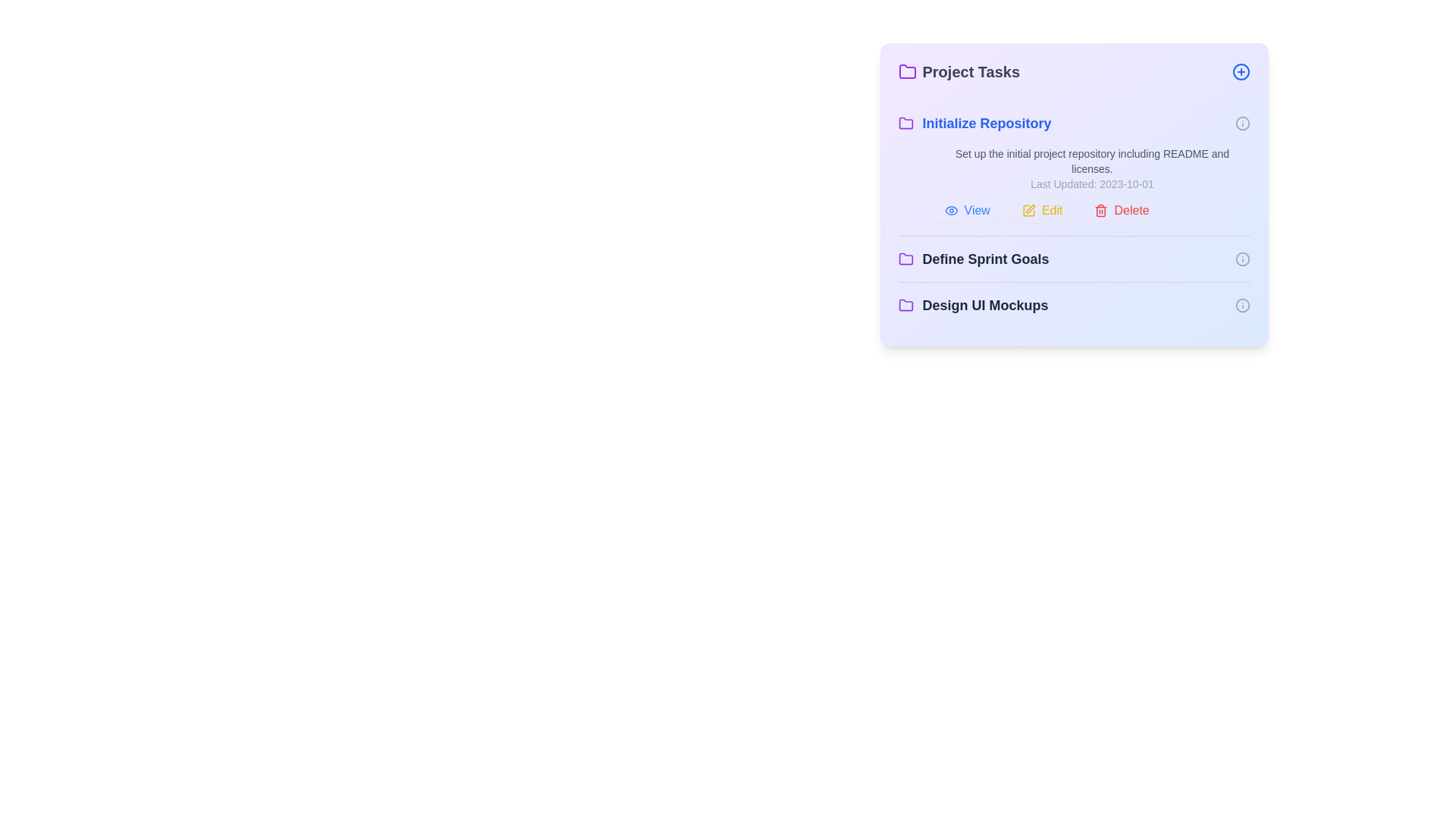 Image resolution: width=1456 pixels, height=819 pixels. What do you see at coordinates (1031, 209) in the screenshot?
I see `the editing tool icon, which is represented by a slanted line intersecting a rectangle, located in the task management panel near the top-right corner of the interface` at bounding box center [1031, 209].